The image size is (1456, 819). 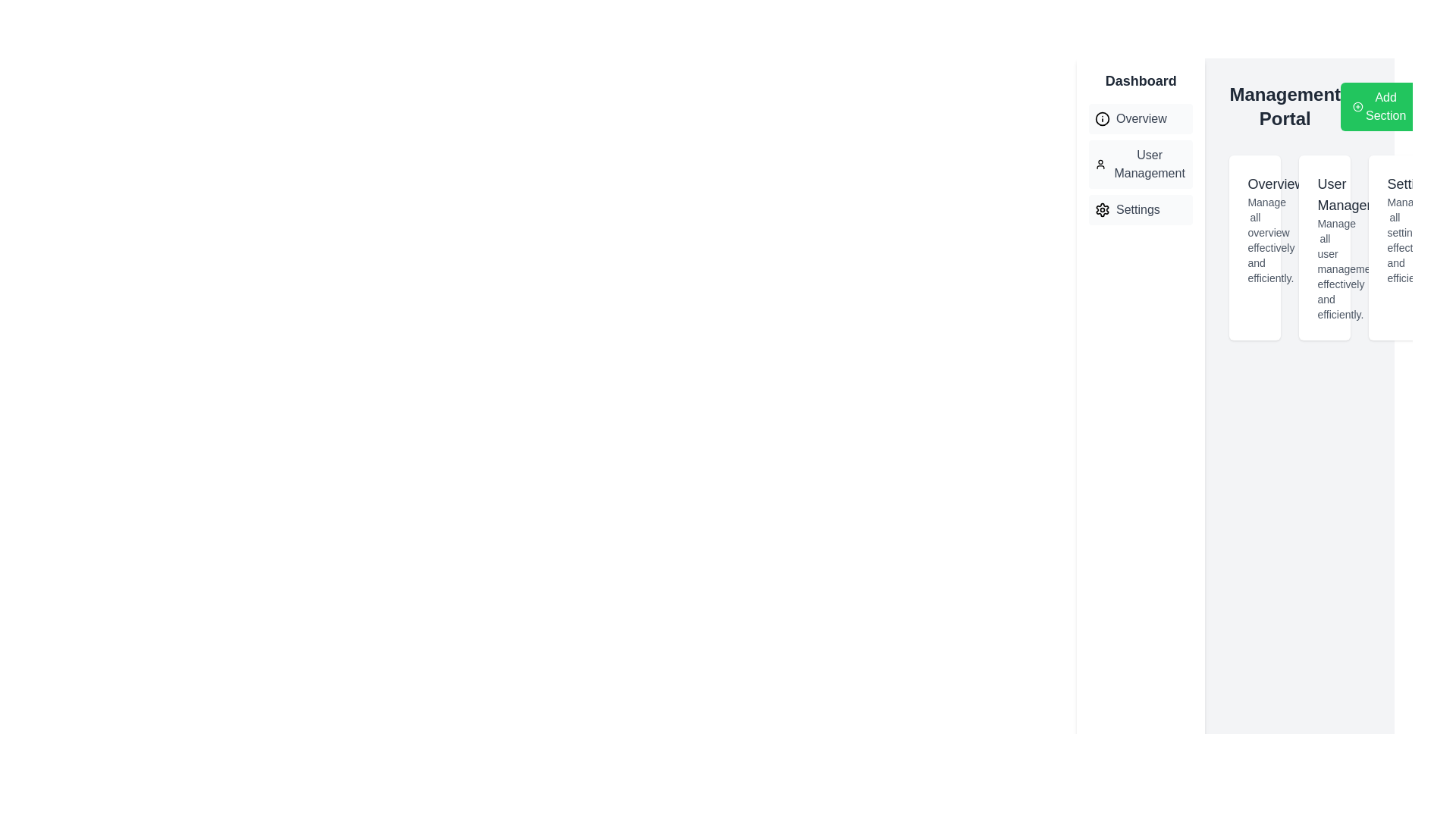 What do you see at coordinates (1103, 210) in the screenshot?
I see `the settings cogwheel icon located on the left-hand menu section under 'User Management'` at bounding box center [1103, 210].